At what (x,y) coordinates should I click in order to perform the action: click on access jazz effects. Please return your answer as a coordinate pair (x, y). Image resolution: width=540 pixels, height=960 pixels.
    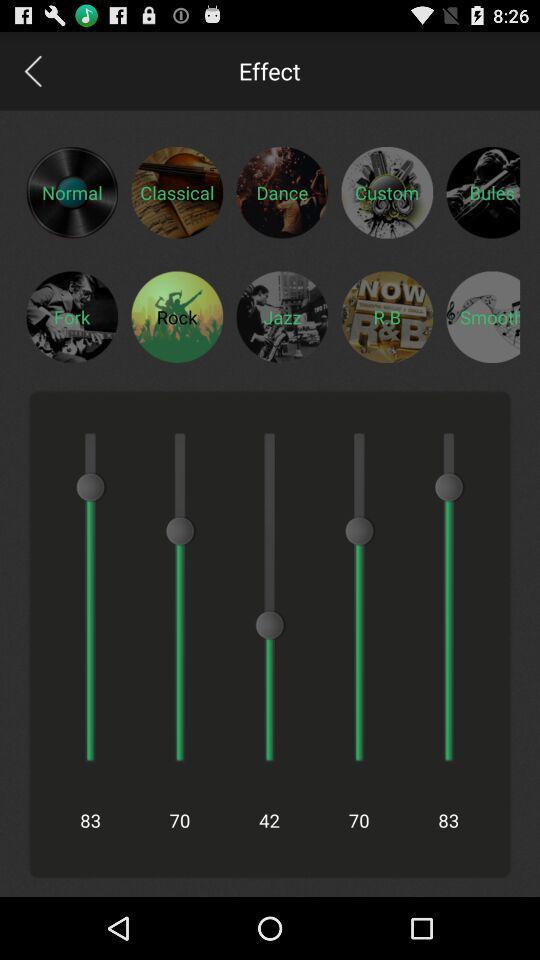
    Looking at the image, I should click on (281, 316).